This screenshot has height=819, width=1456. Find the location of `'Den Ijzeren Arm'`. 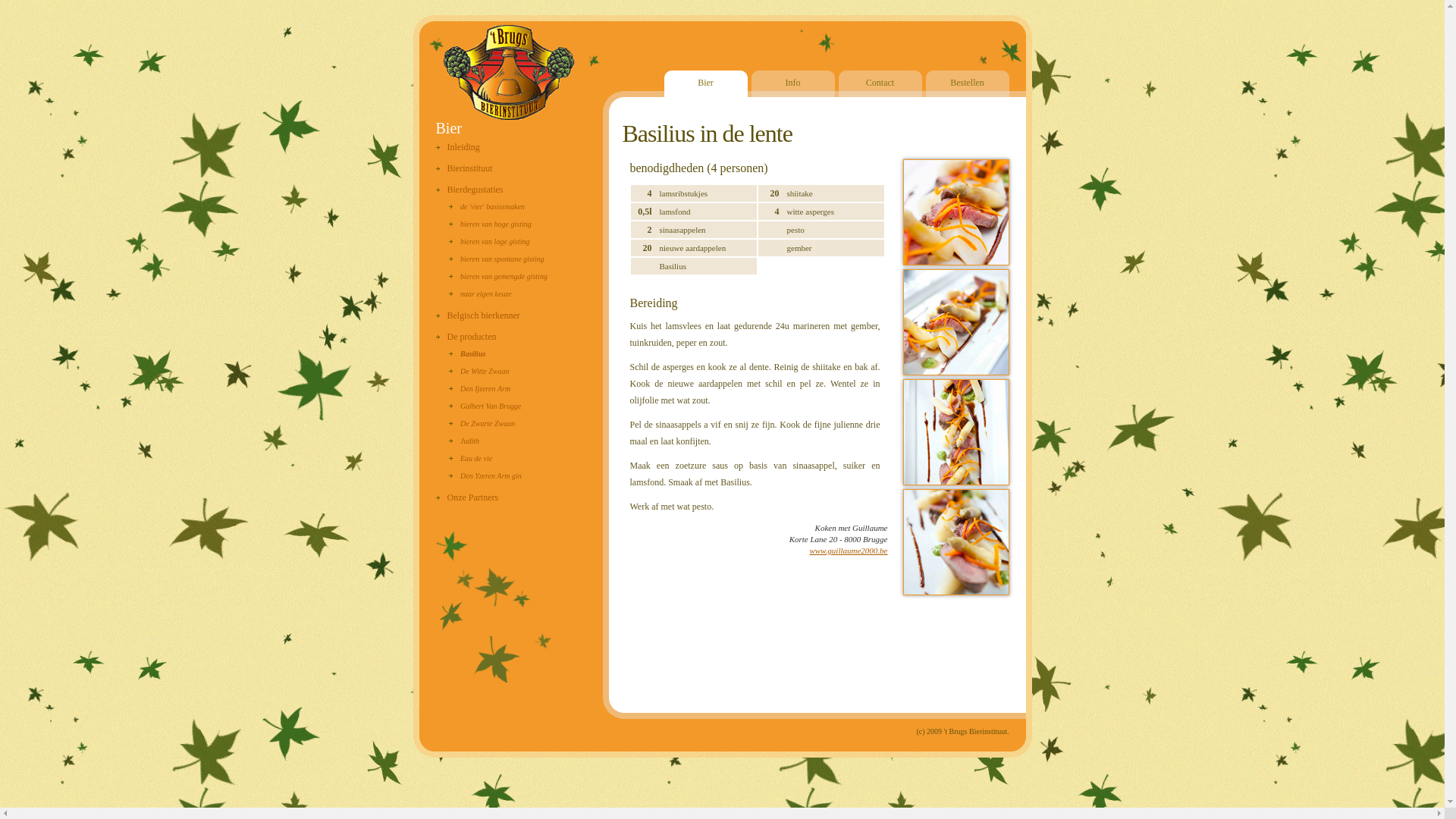

'Den Ijzeren Arm' is located at coordinates (479, 388).